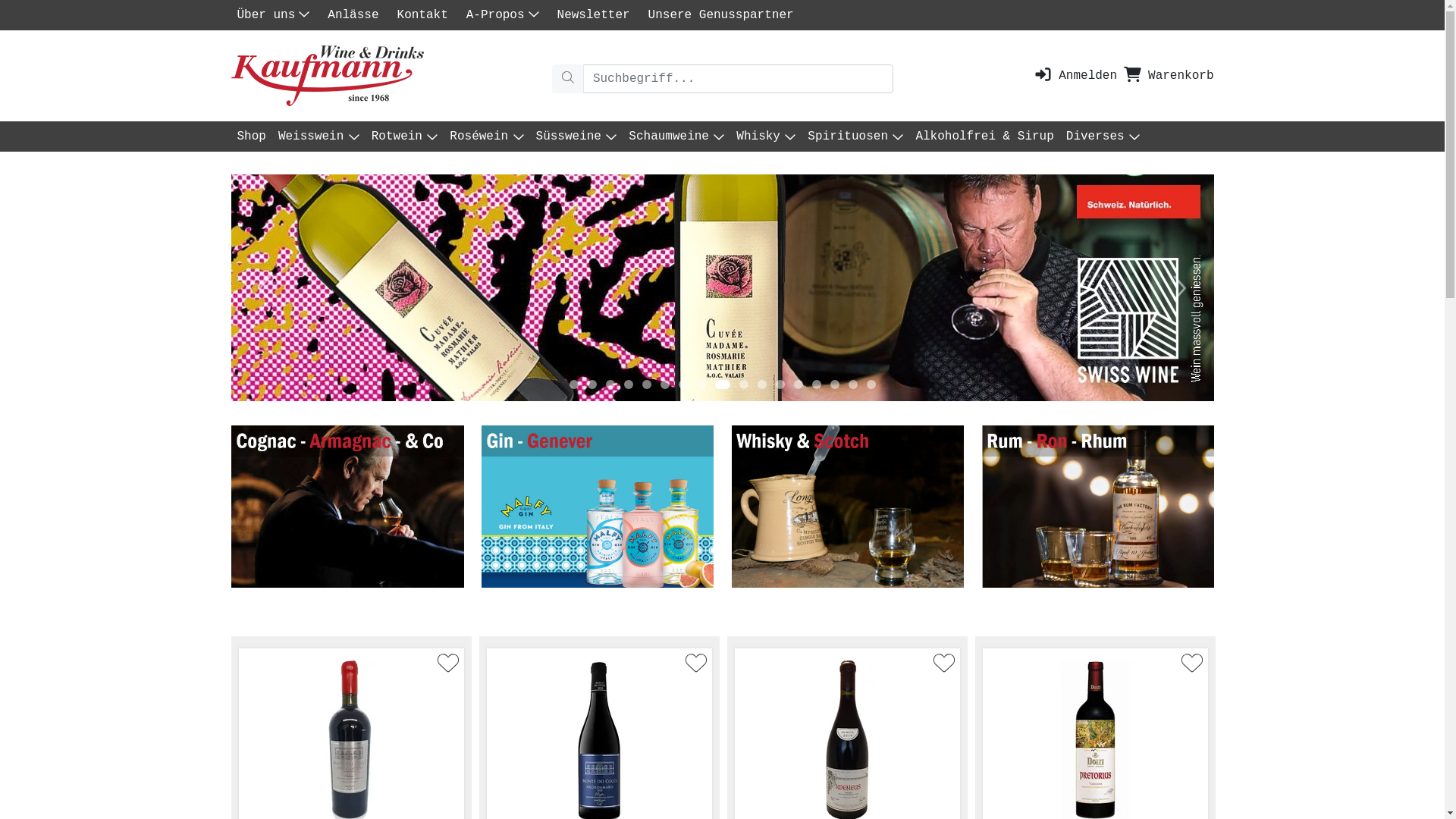 The image size is (1456, 819). What do you see at coordinates (404, 136) in the screenshot?
I see `'Rotwein'` at bounding box center [404, 136].